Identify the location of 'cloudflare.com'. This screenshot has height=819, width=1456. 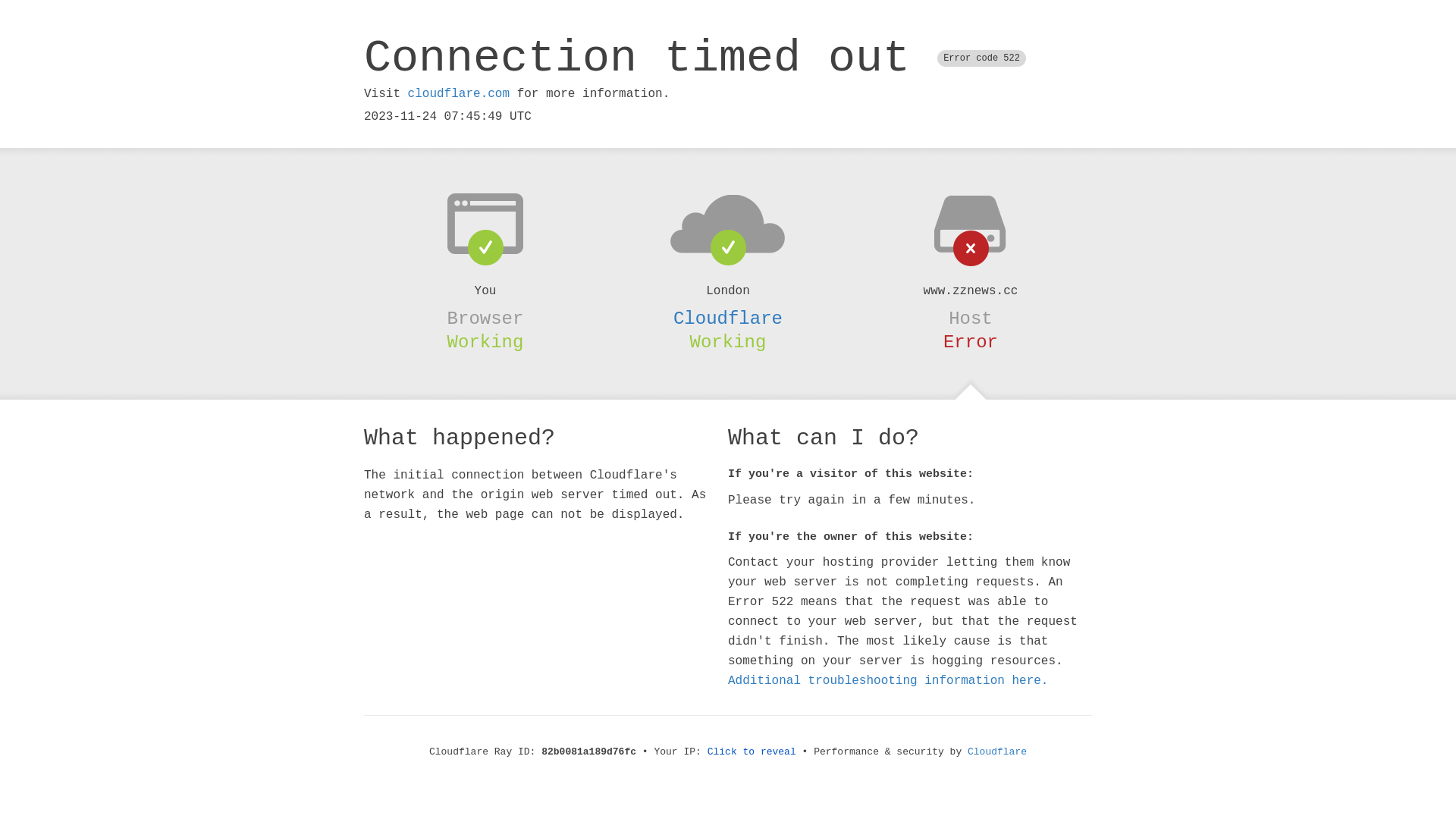
(457, 93).